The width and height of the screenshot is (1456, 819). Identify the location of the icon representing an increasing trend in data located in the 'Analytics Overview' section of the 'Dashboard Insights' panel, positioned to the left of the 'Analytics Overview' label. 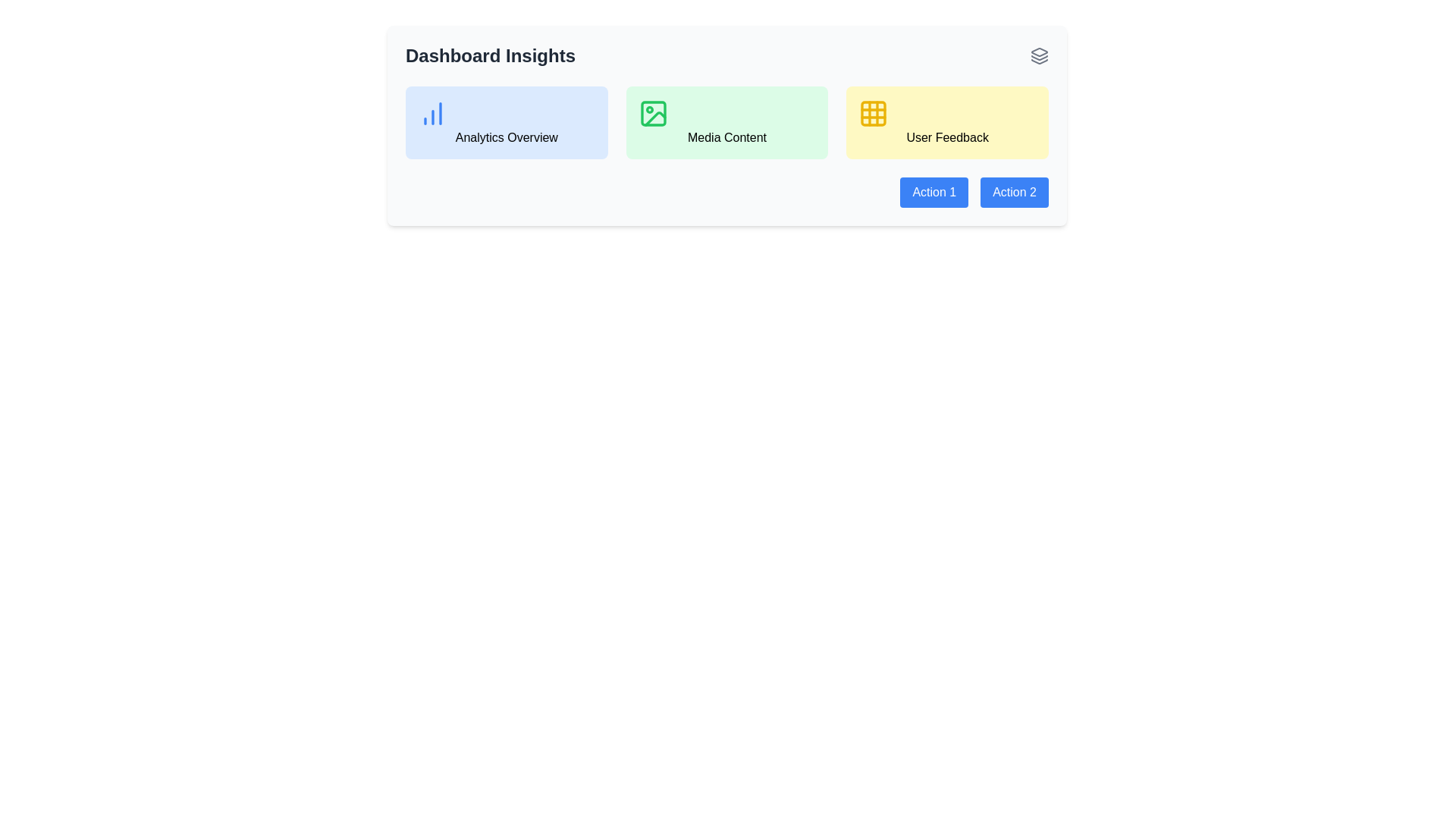
(432, 113).